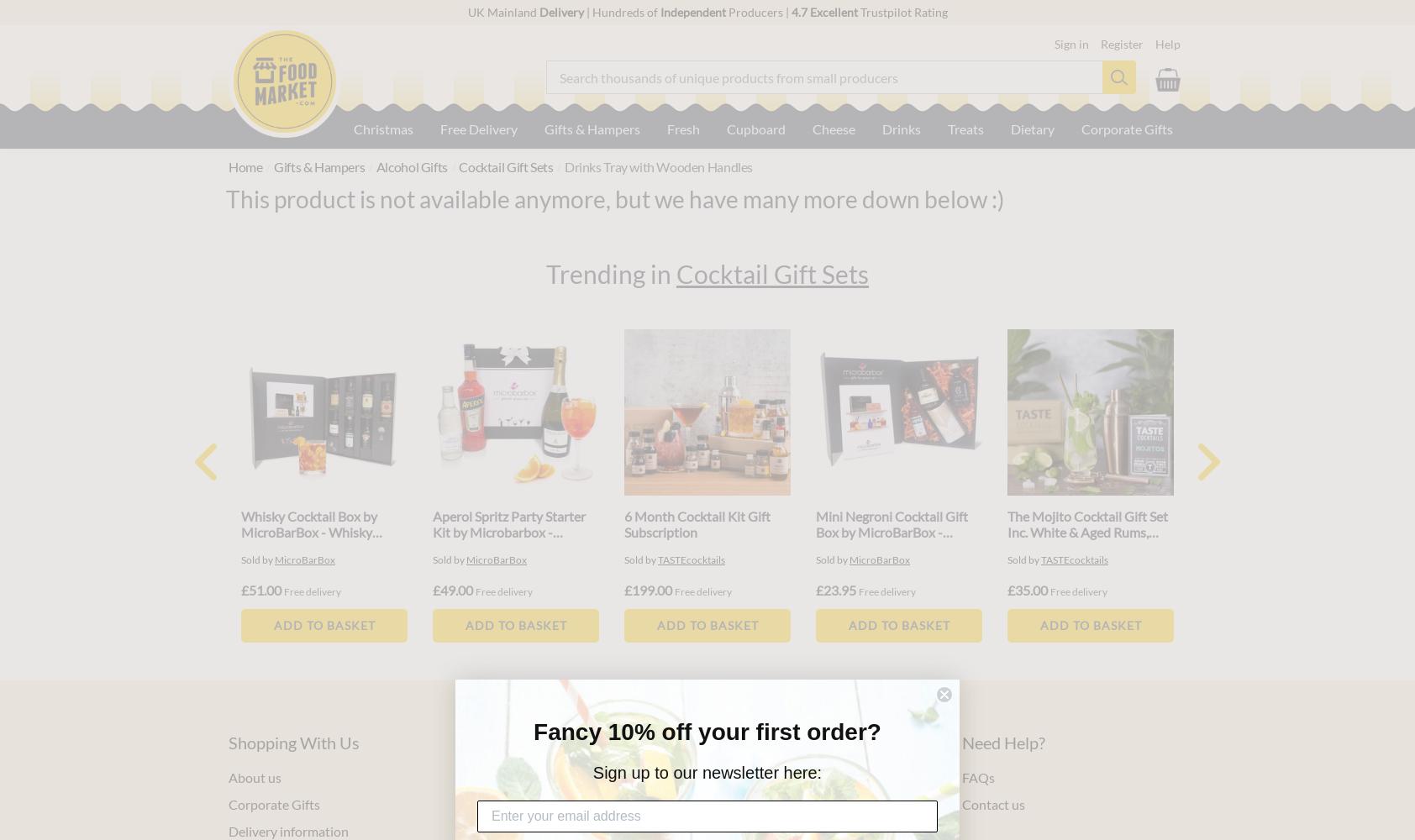 The width and height of the screenshot is (1415, 840). Describe the element at coordinates (410, 165) in the screenshot. I see `'Alcohol Gifts'` at that location.